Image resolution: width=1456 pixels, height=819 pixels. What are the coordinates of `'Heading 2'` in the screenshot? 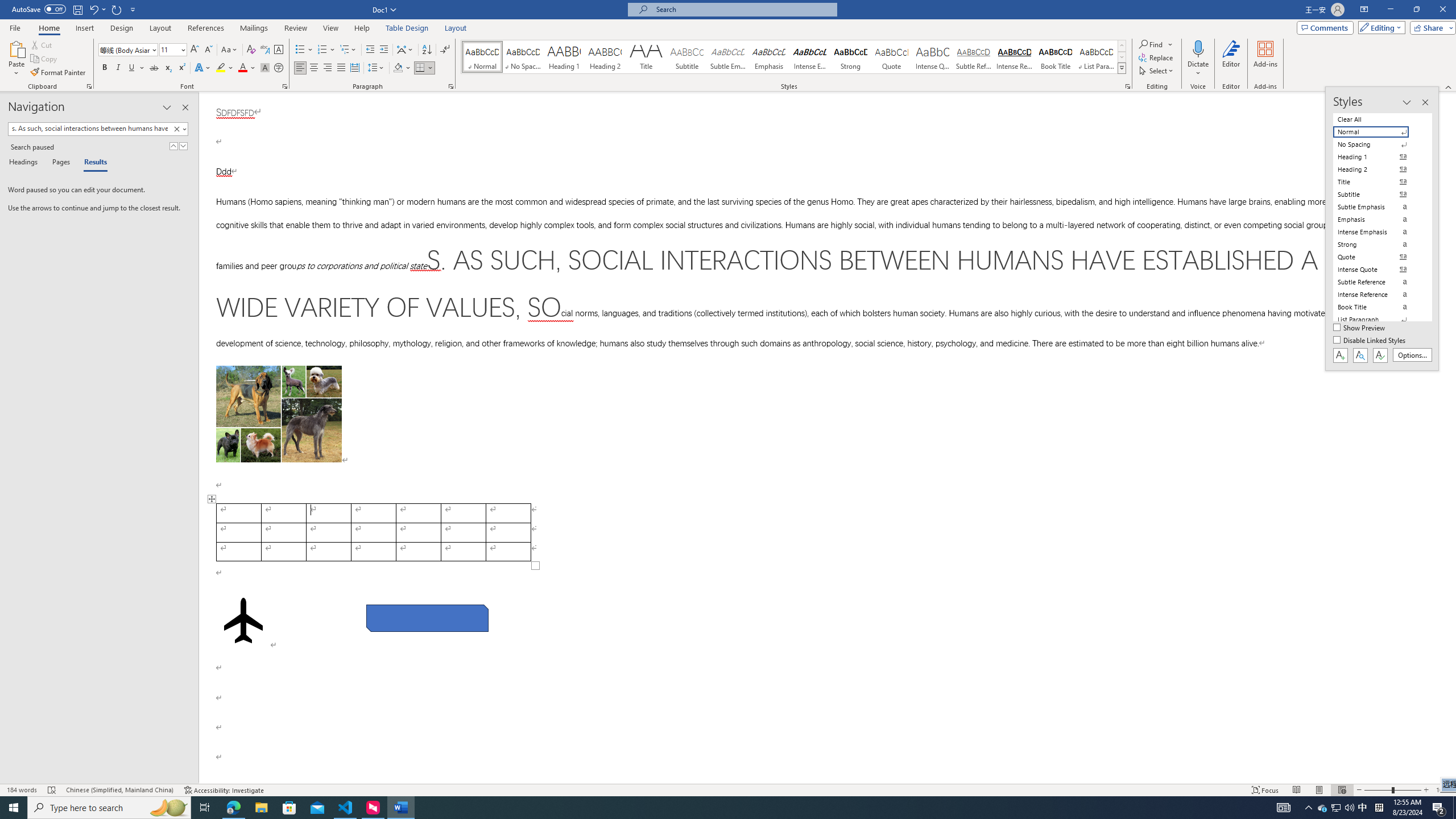 It's located at (605, 56).